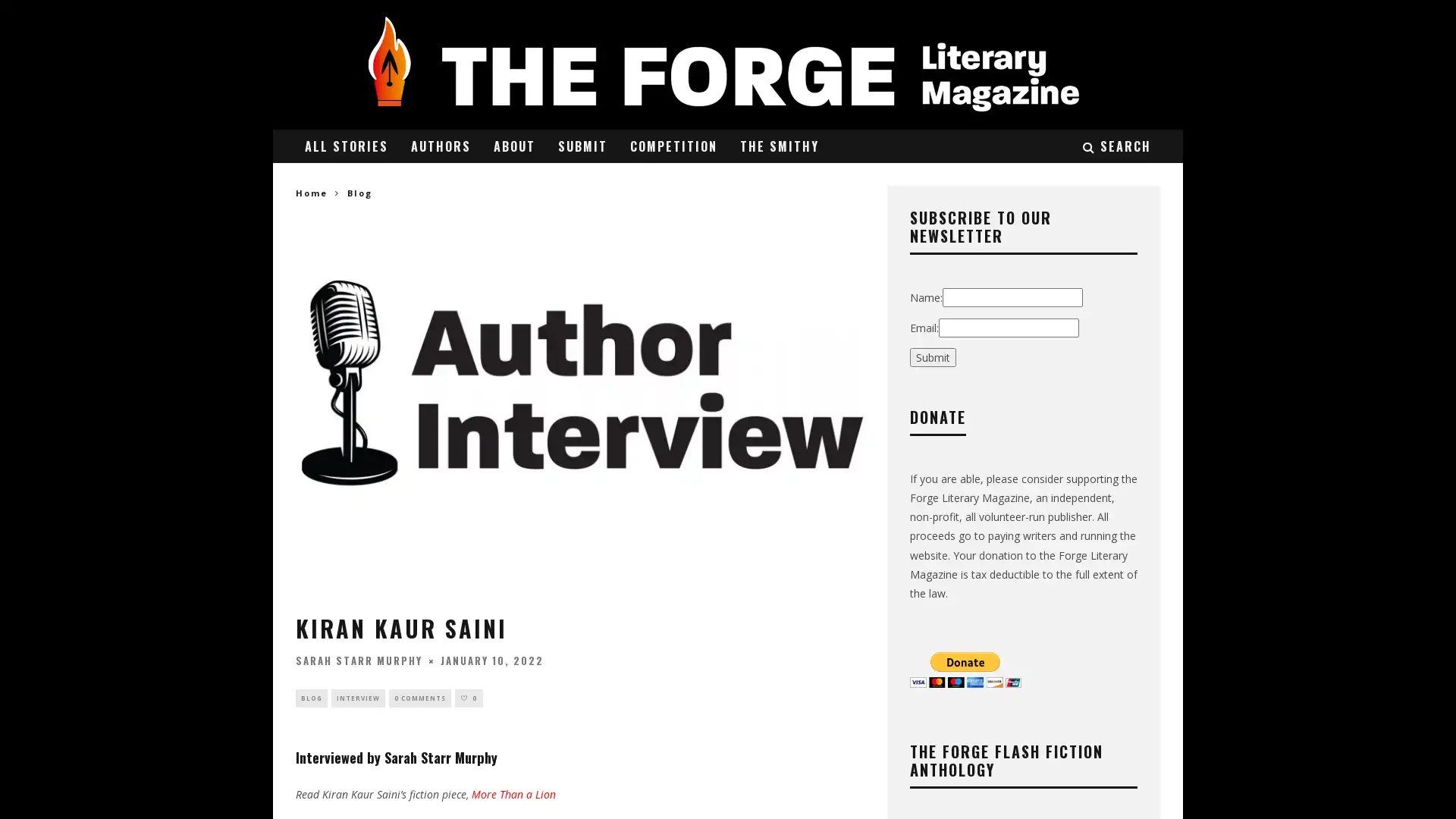 This screenshot has width=1456, height=819. What do you see at coordinates (965, 668) in the screenshot?
I see `PayPal - The safer, easier way to pay online!` at bounding box center [965, 668].